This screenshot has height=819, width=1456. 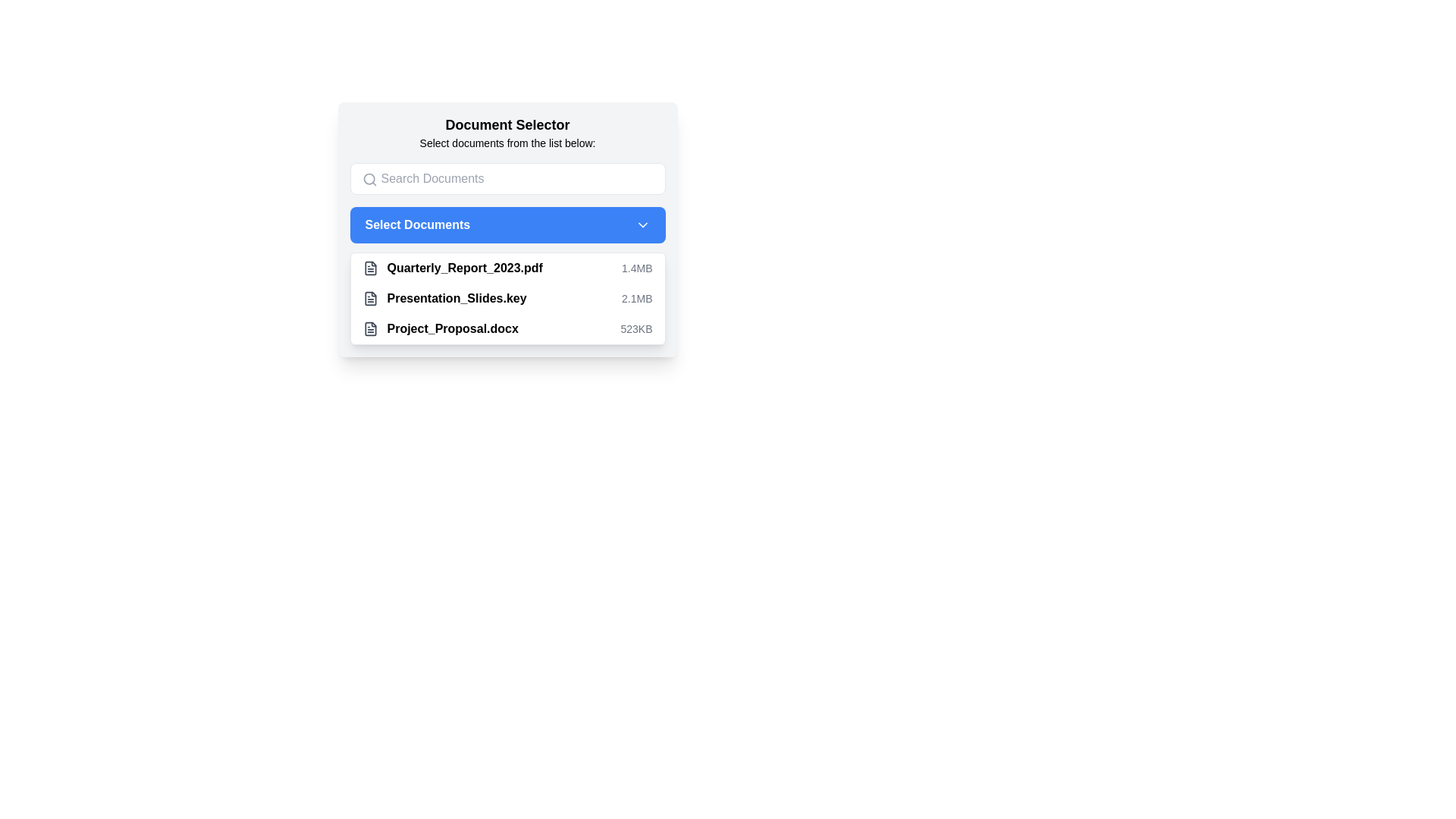 What do you see at coordinates (444, 298) in the screenshot?
I see `the filename 'Presentation_Slides.key' which is the second item in the file selection list` at bounding box center [444, 298].